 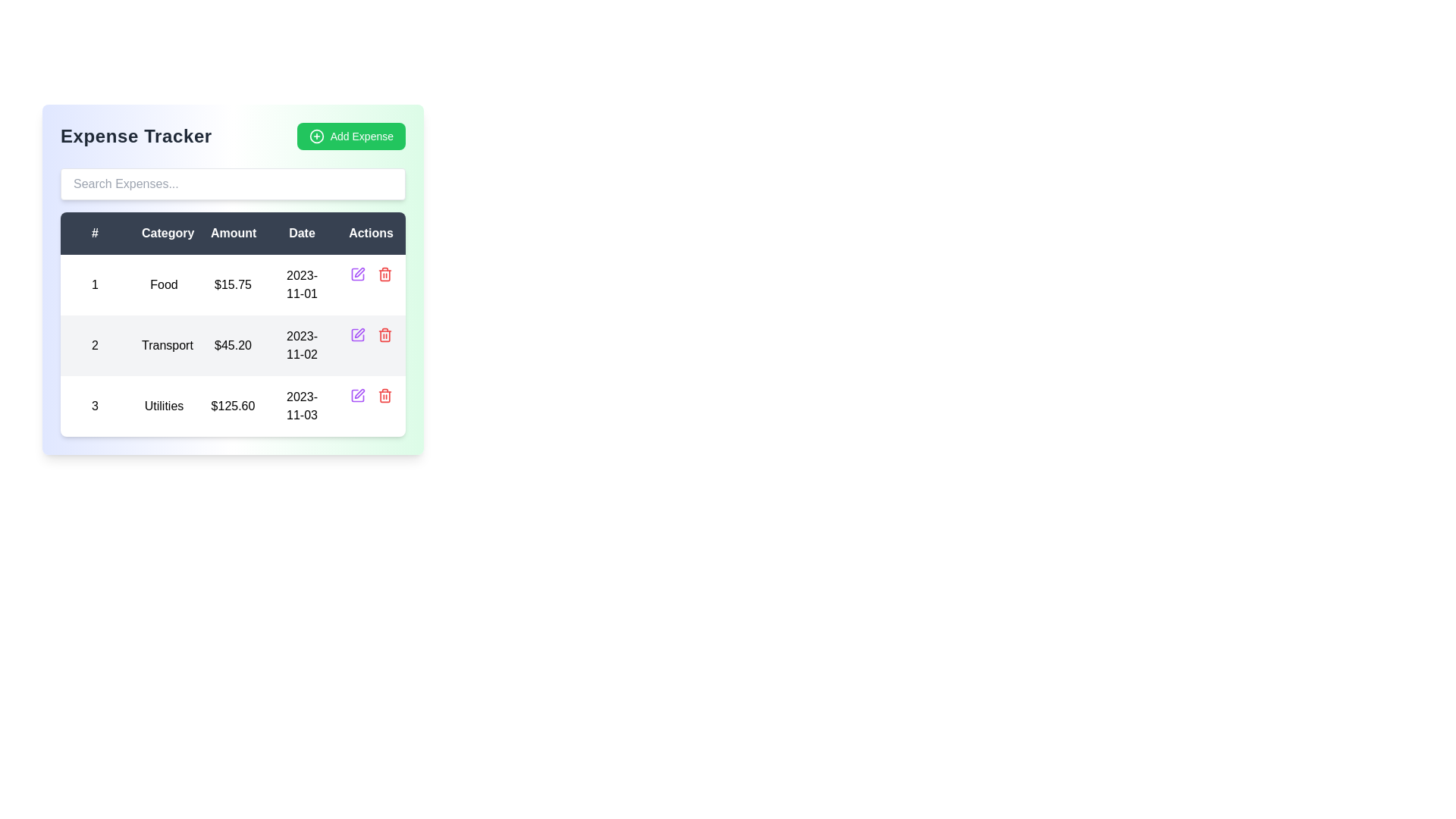 What do you see at coordinates (164, 284) in the screenshot?
I see `the Text label in the second column of the first row in the expense tracking table, which categorizes the expense, such as 'Food'` at bounding box center [164, 284].